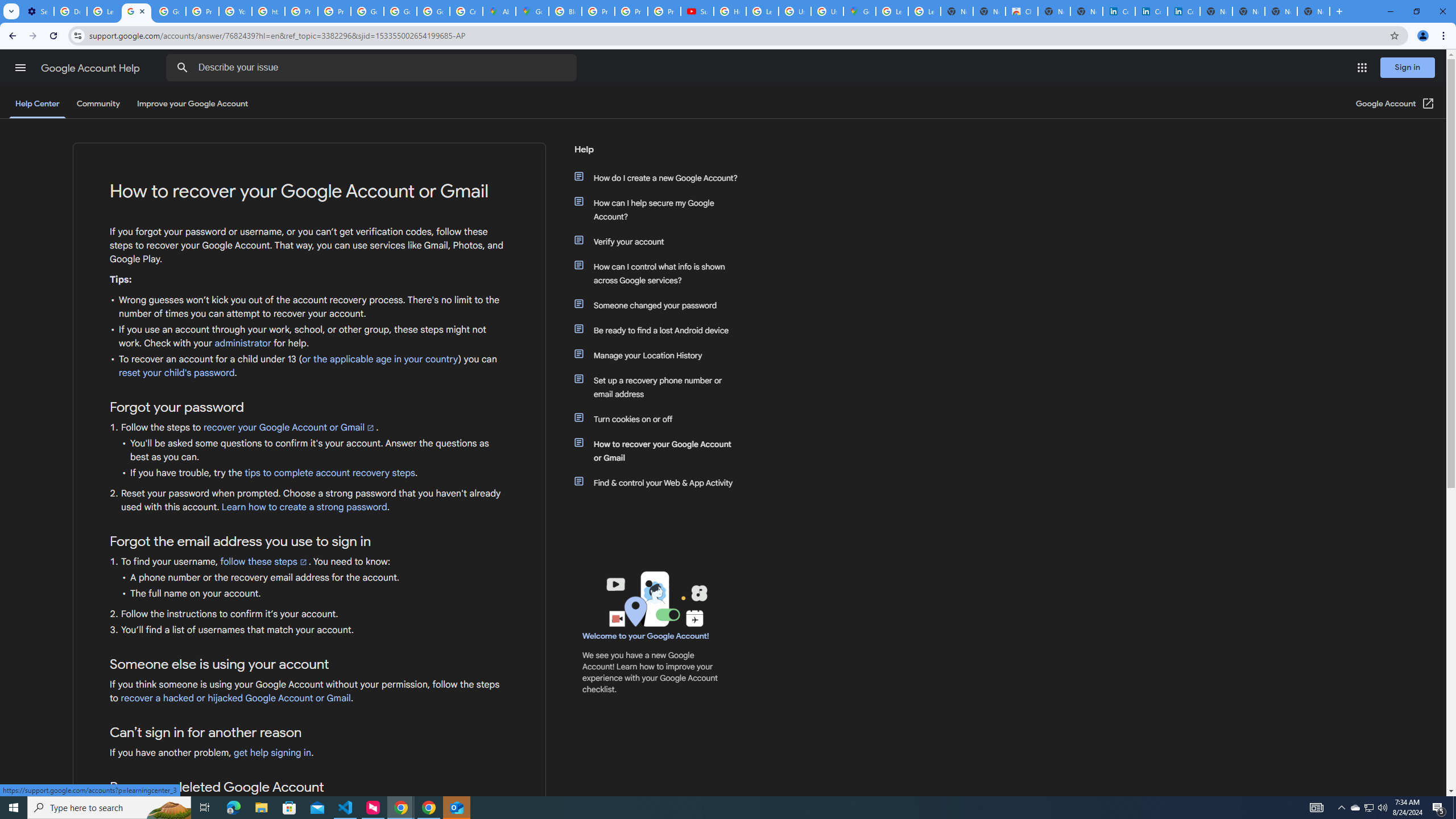  Describe the element at coordinates (373, 67) in the screenshot. I see `'Describe your issue'` at that location.